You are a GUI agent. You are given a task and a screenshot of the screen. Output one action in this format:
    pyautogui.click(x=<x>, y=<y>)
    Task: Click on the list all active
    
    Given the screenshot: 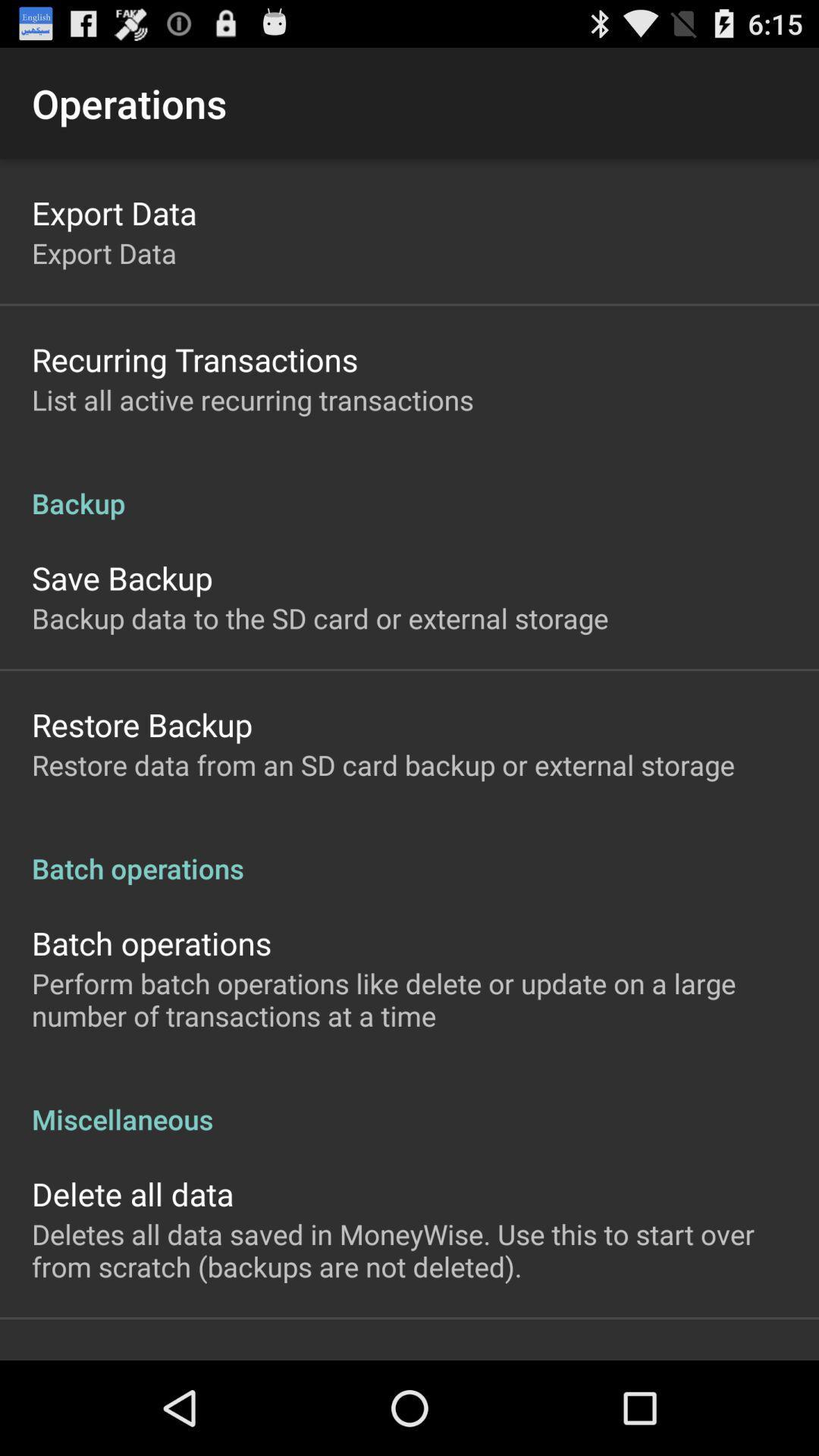 What is the action you would take?
    pyautogui.click(x=252, y=400)
    